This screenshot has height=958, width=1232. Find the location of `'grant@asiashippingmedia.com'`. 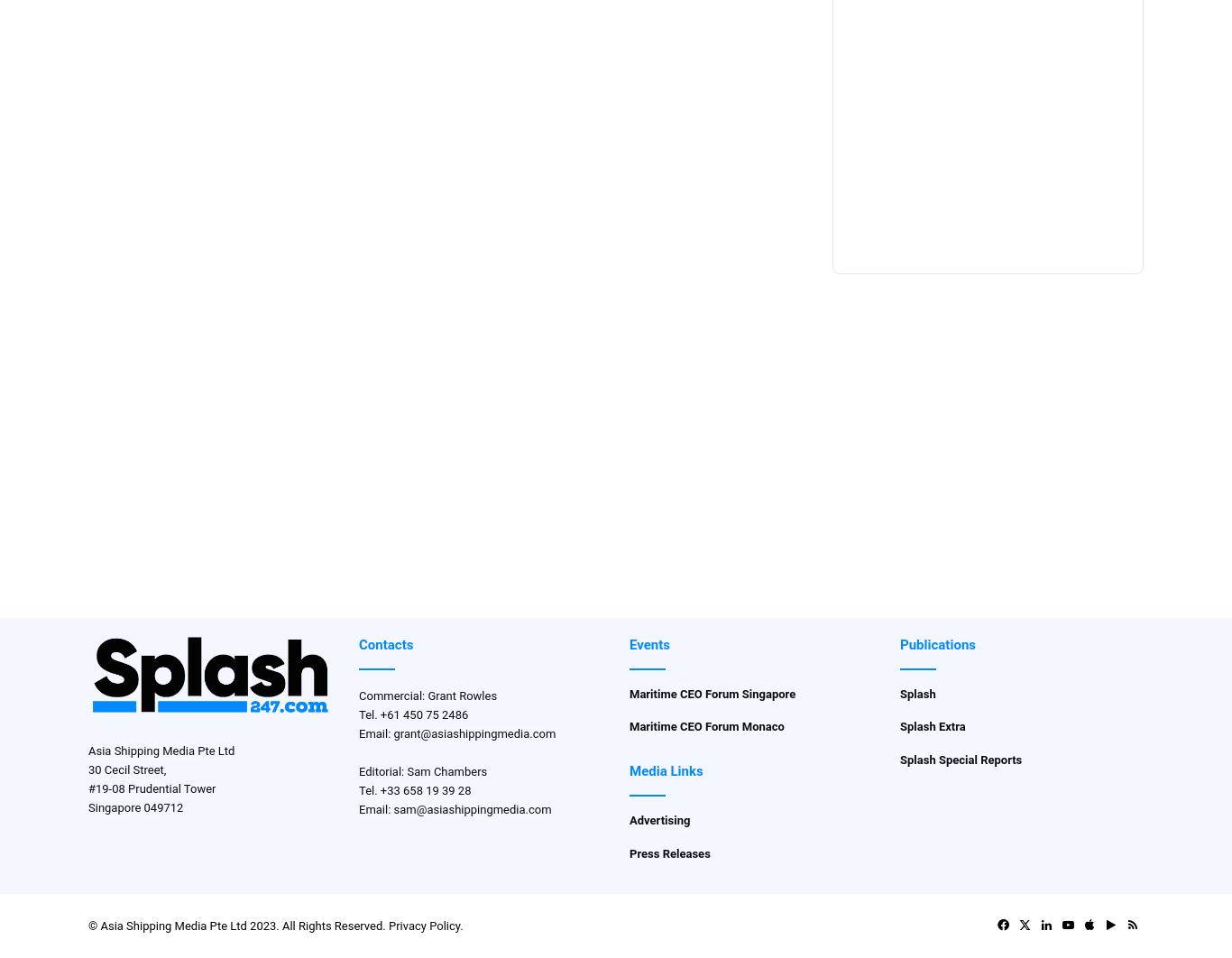

'grant@asiashippingmedia.com' is located at coordinates (474, 732).